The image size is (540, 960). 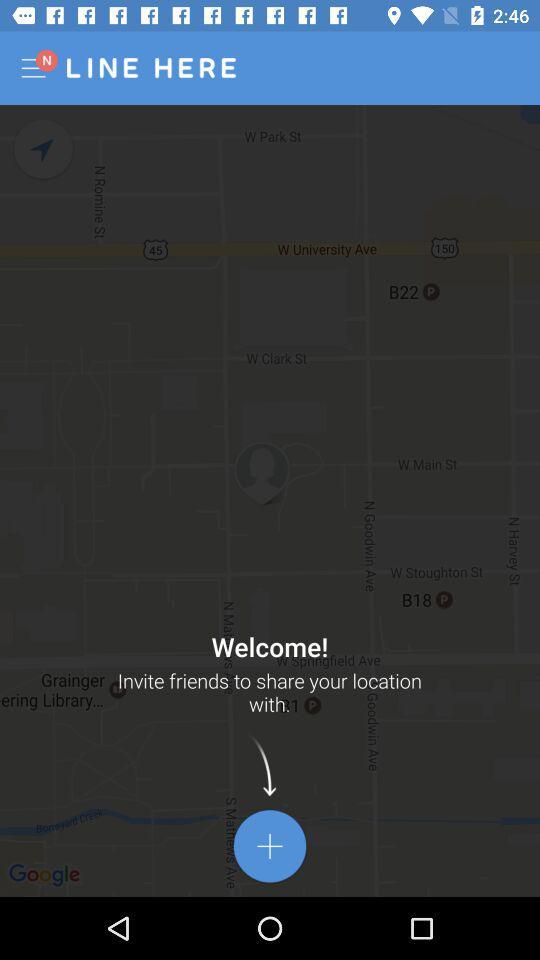 What do you see at coordinates (270, 846) in the screenshot?
I see `it` at bounding box center [270, 846].